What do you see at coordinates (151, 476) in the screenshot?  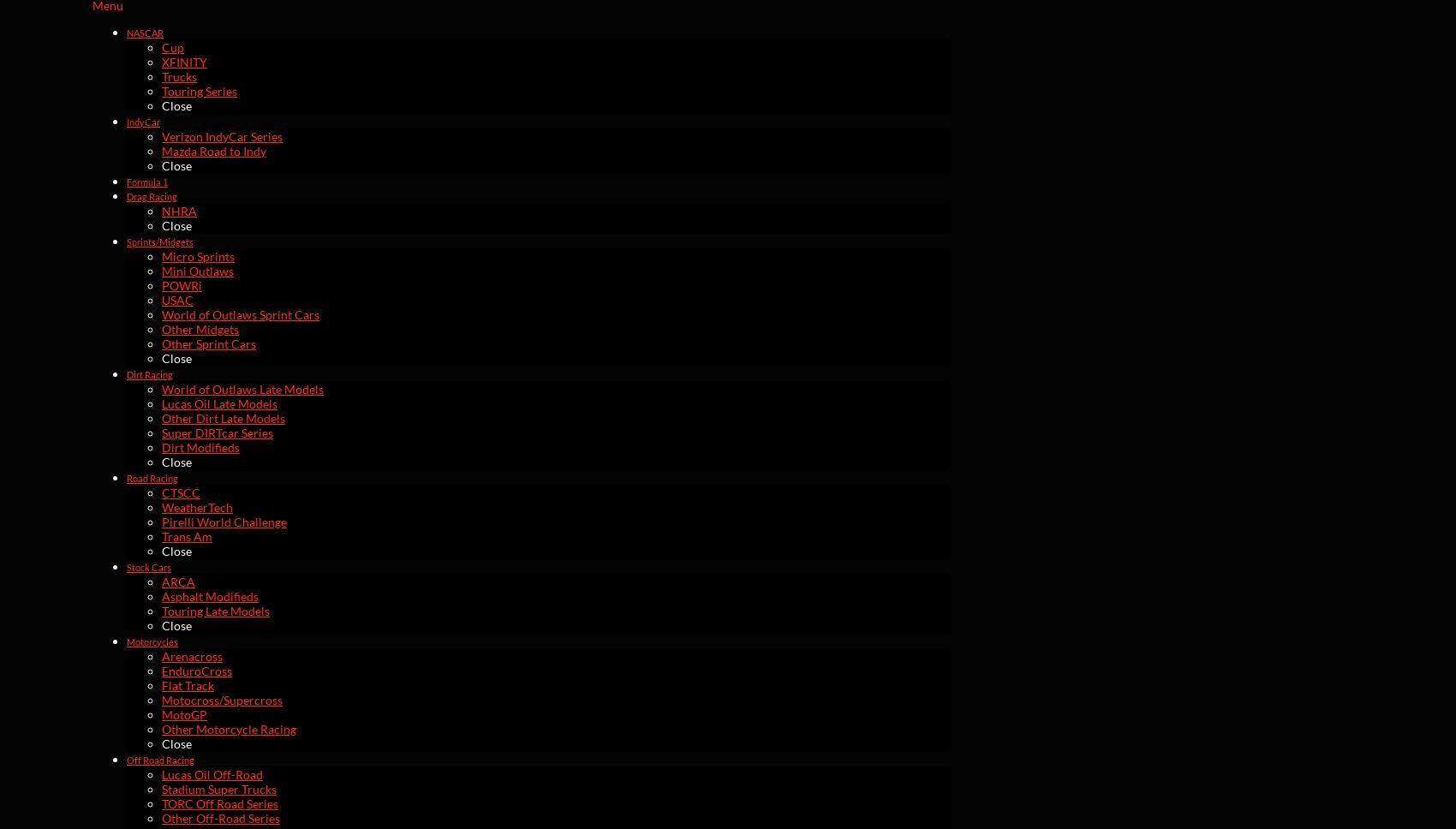 I see `'Road Racing'` at bounding box center [151, 476].